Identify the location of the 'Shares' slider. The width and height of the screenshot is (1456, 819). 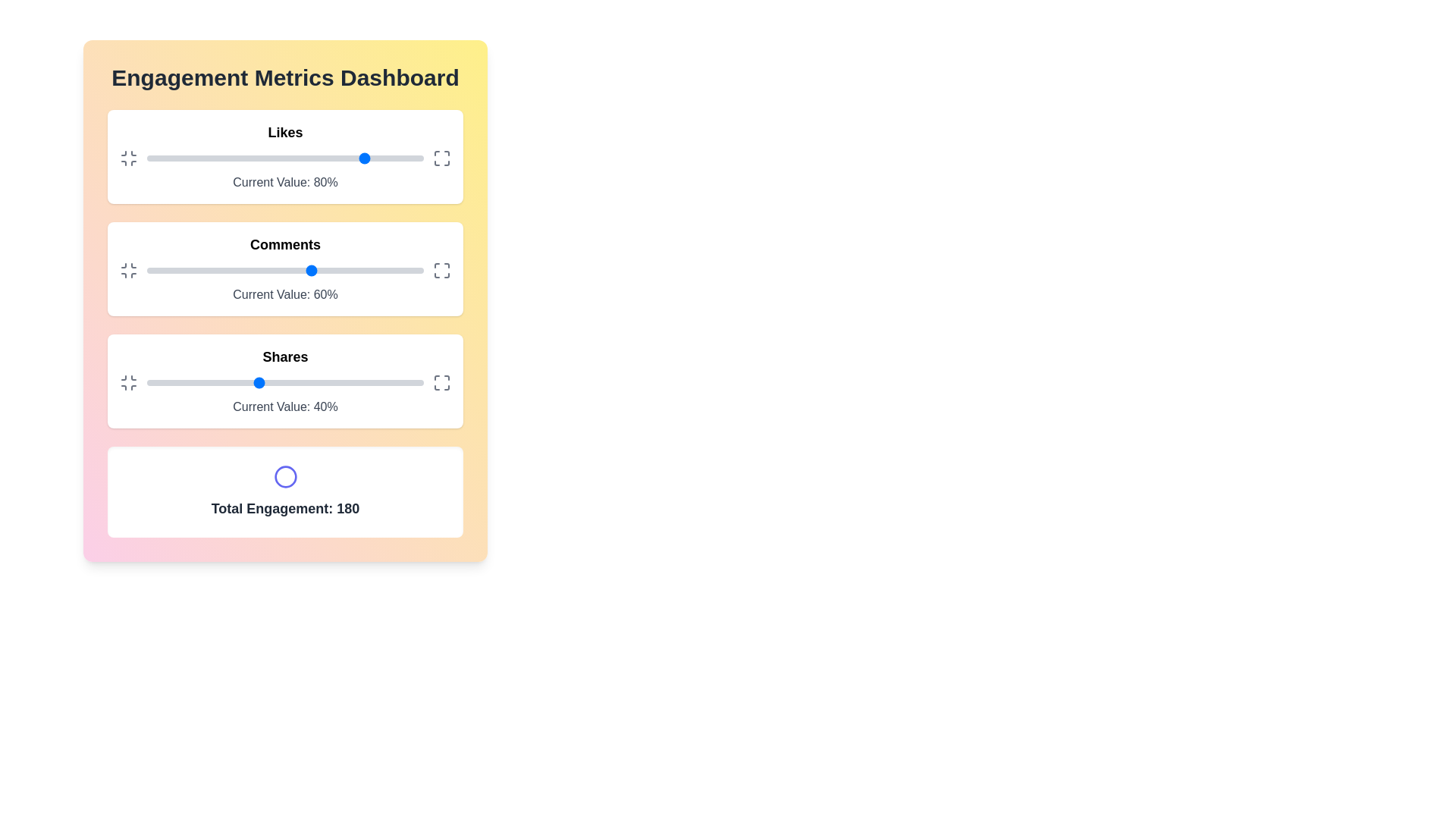
(404, 382).